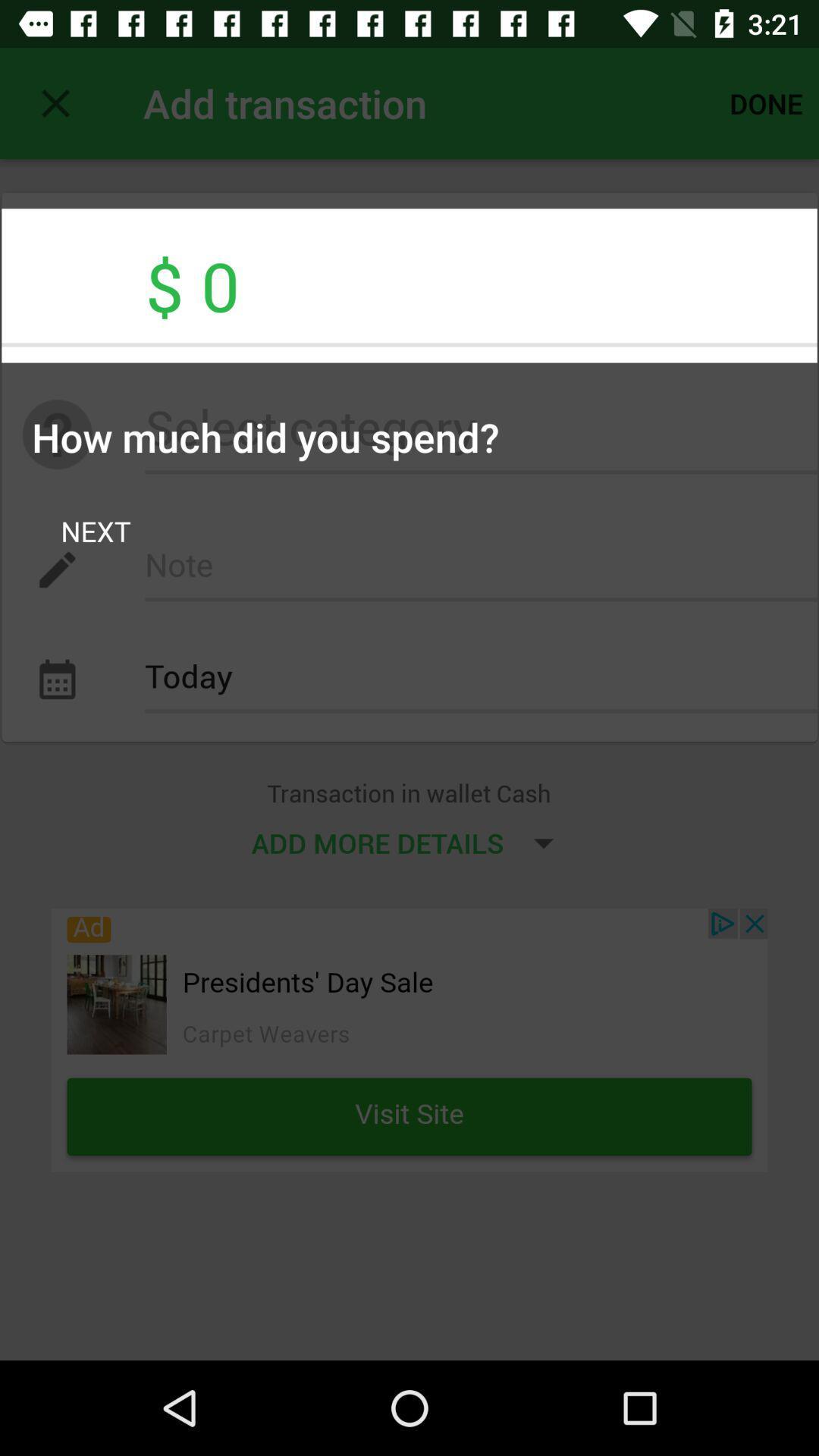 The height and width of the screenshot is (1456, 819). Describe the element at coordinates (766, 102) in the screenshot. I see `the item to the right of add transaction icon` at that location.